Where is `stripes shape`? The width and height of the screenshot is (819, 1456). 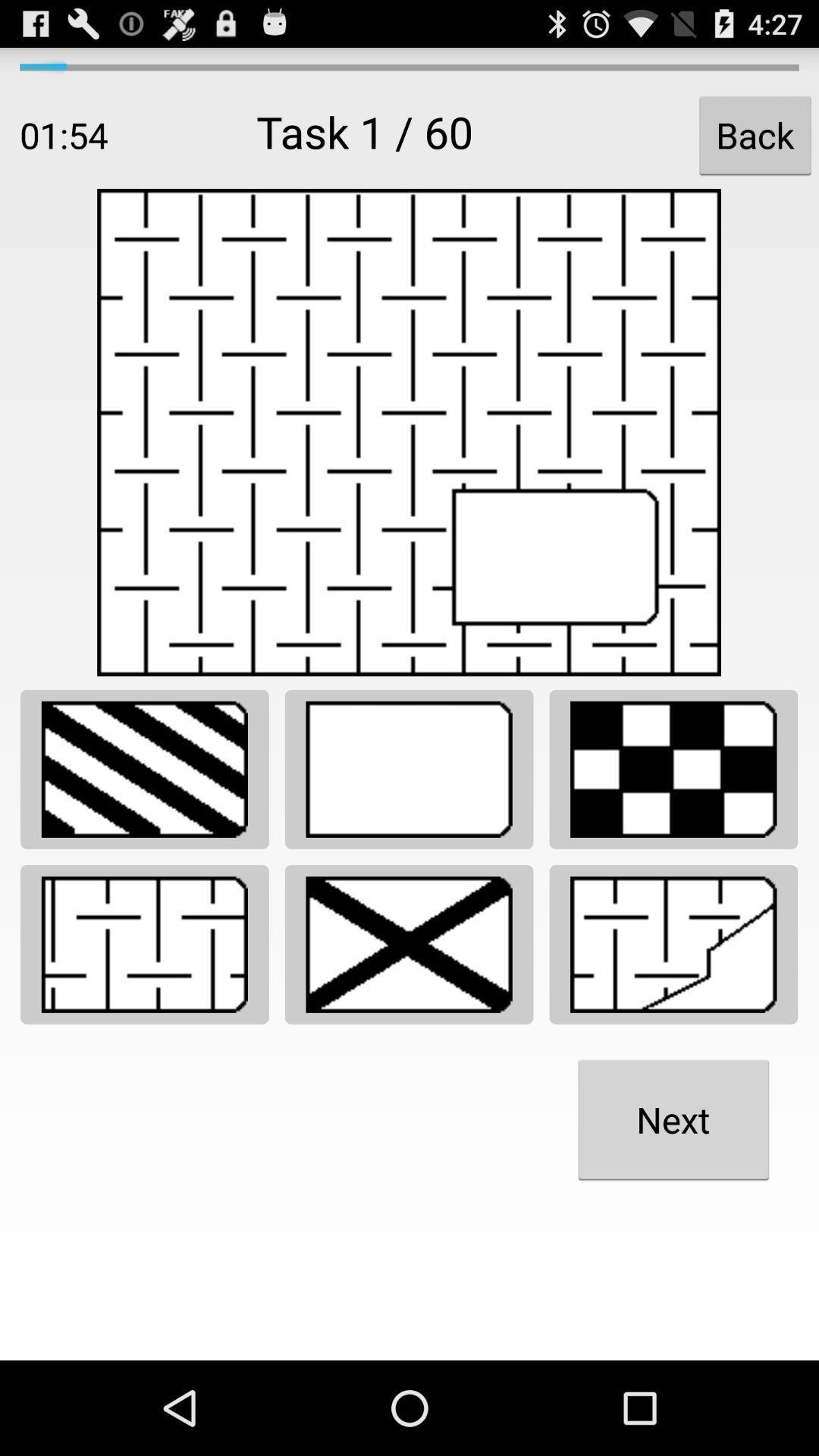 stripes shape is located at coordinates (144, 769).